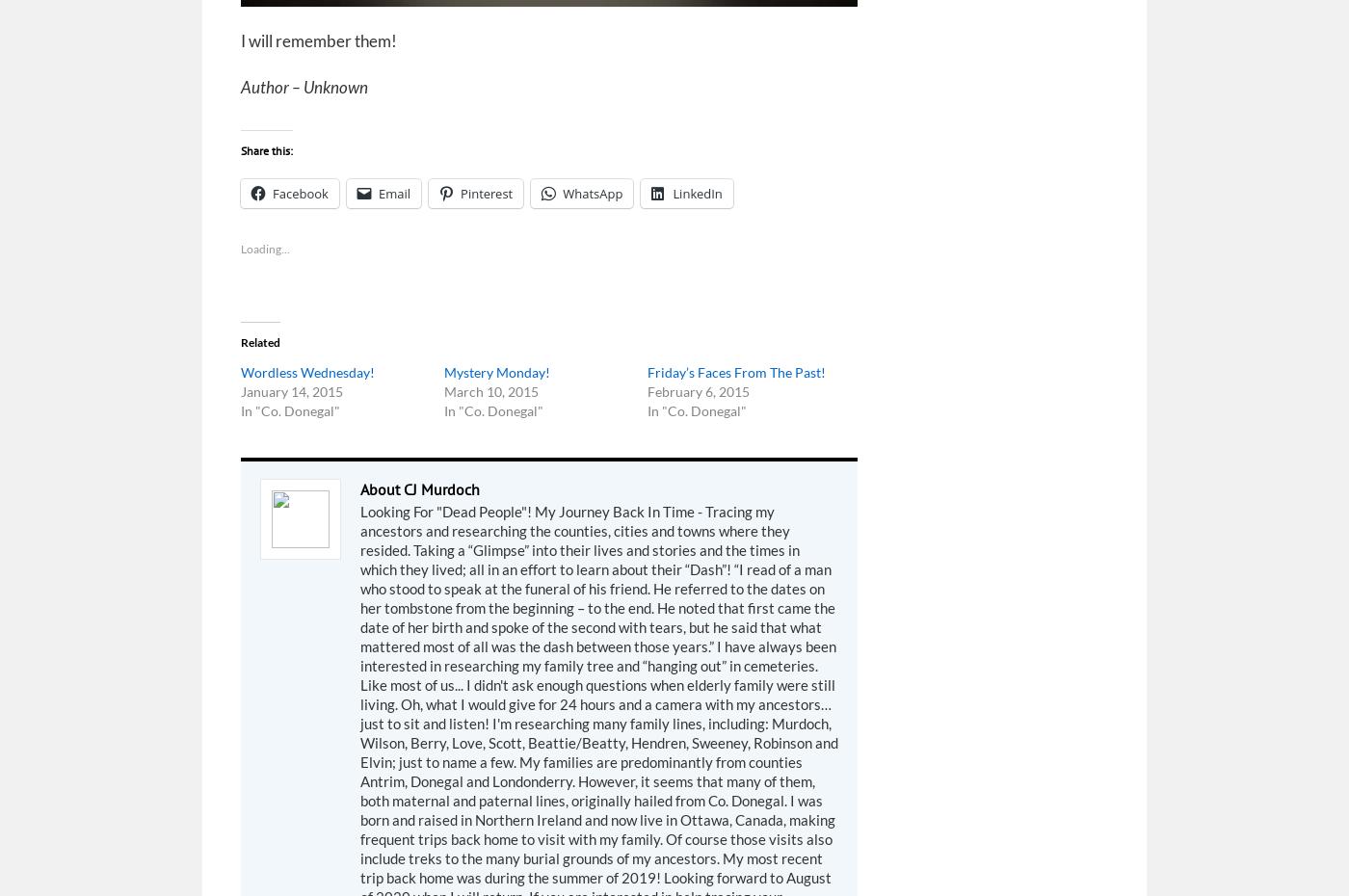  I want to click on 'Loading...', so click(241, 249).